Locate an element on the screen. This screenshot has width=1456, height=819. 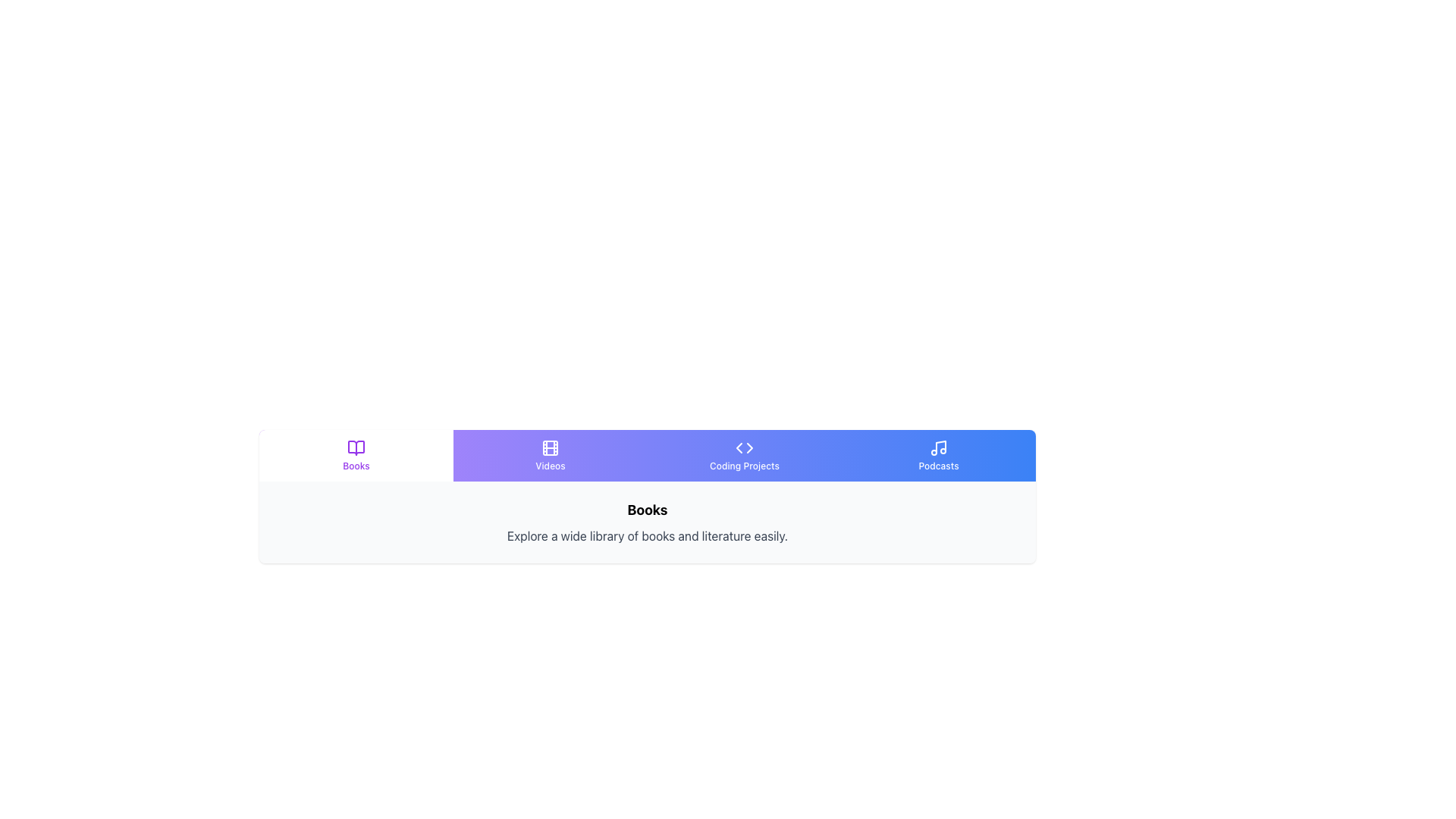
the static text element that states 'Explore a wide library of books and literature easily.' positioned beneath the bold 'Books' title is located at coordinates (648, 535).